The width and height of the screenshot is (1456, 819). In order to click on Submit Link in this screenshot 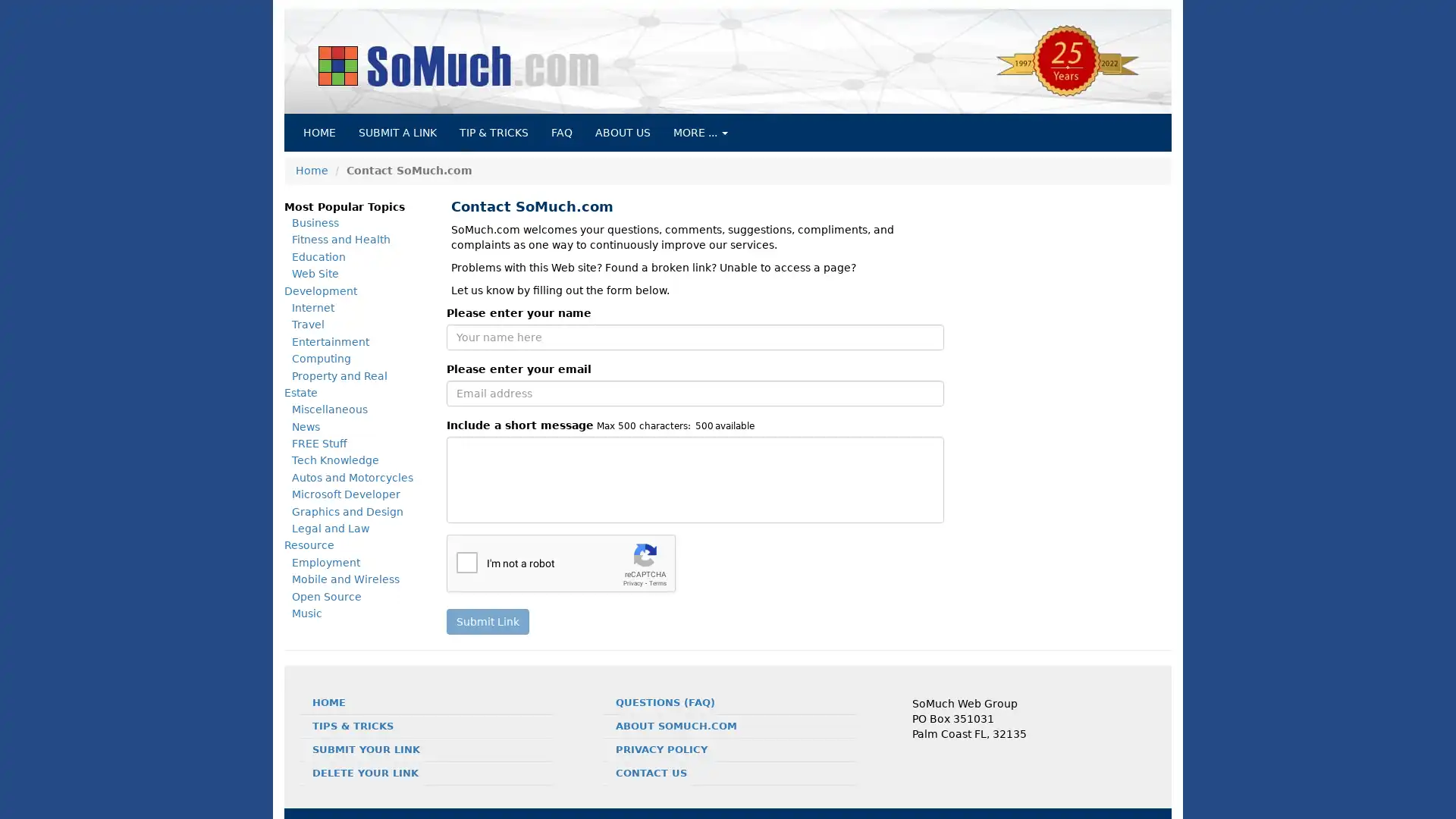, I will do `click(488, 622)`.